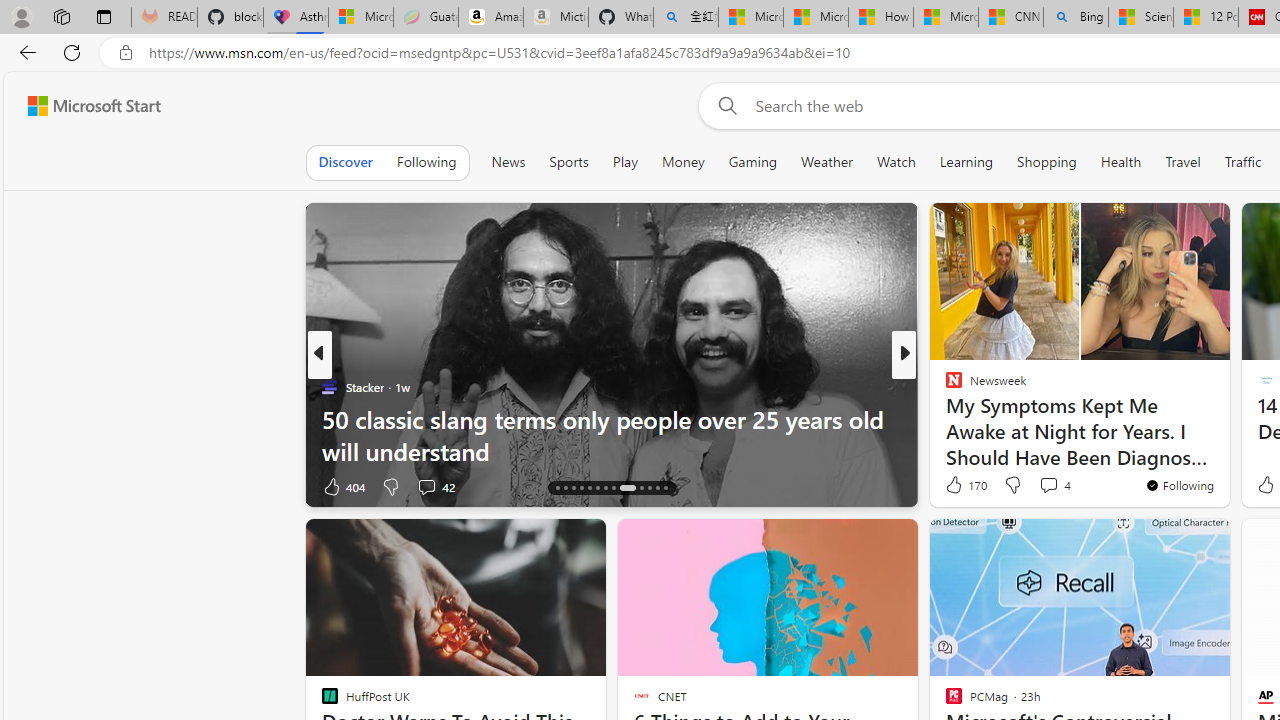 The image size is (1280, 720). What do you see at coordinates (626, 488) in the screenshot?
I see `'AutomationID: tab-22'` at bounding box center [626, 488].